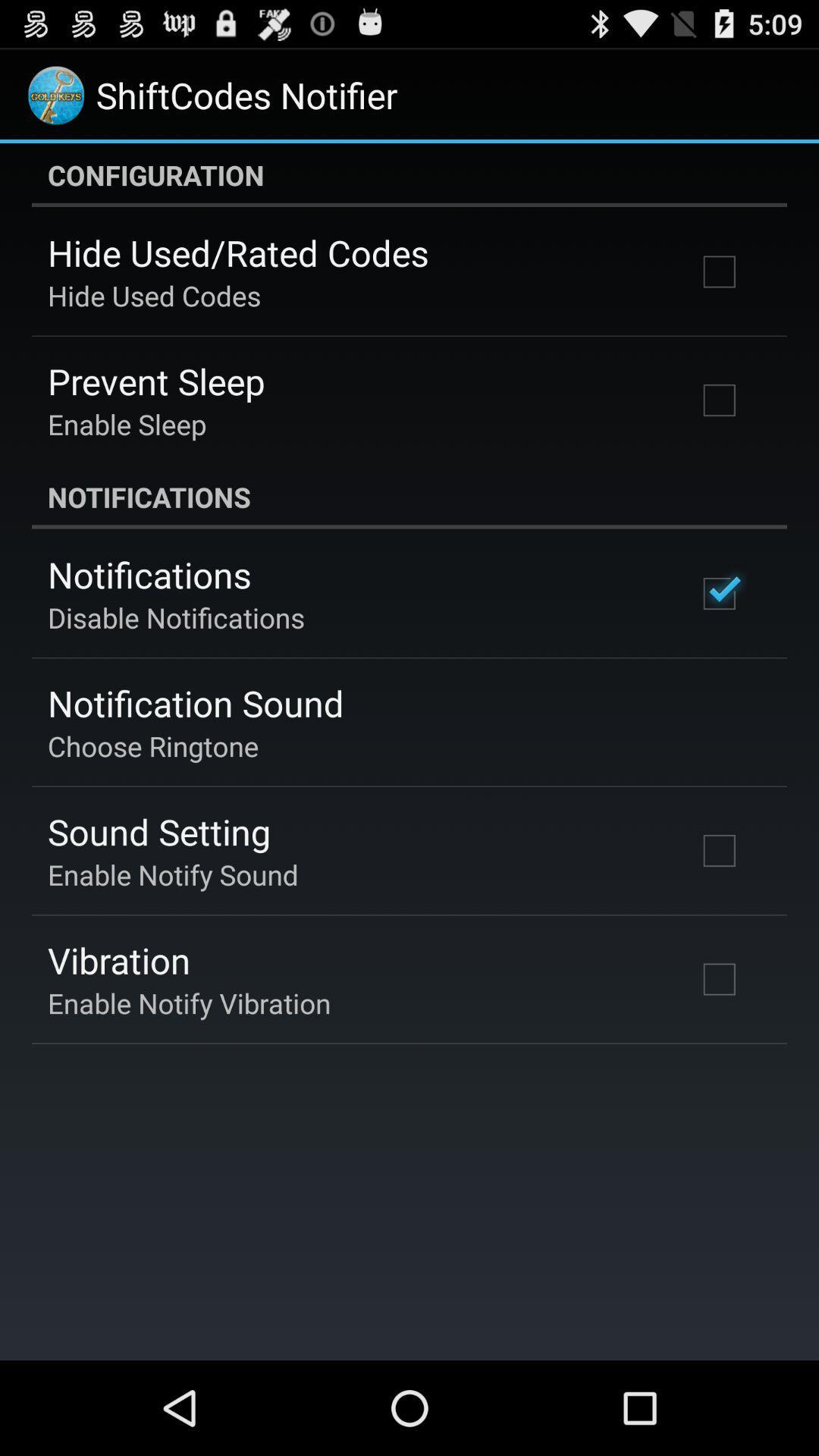 Image resolution: width=819 pixels, height=1456 pixels. I want to click on the app below the hide used codes item, so click(156, 381).